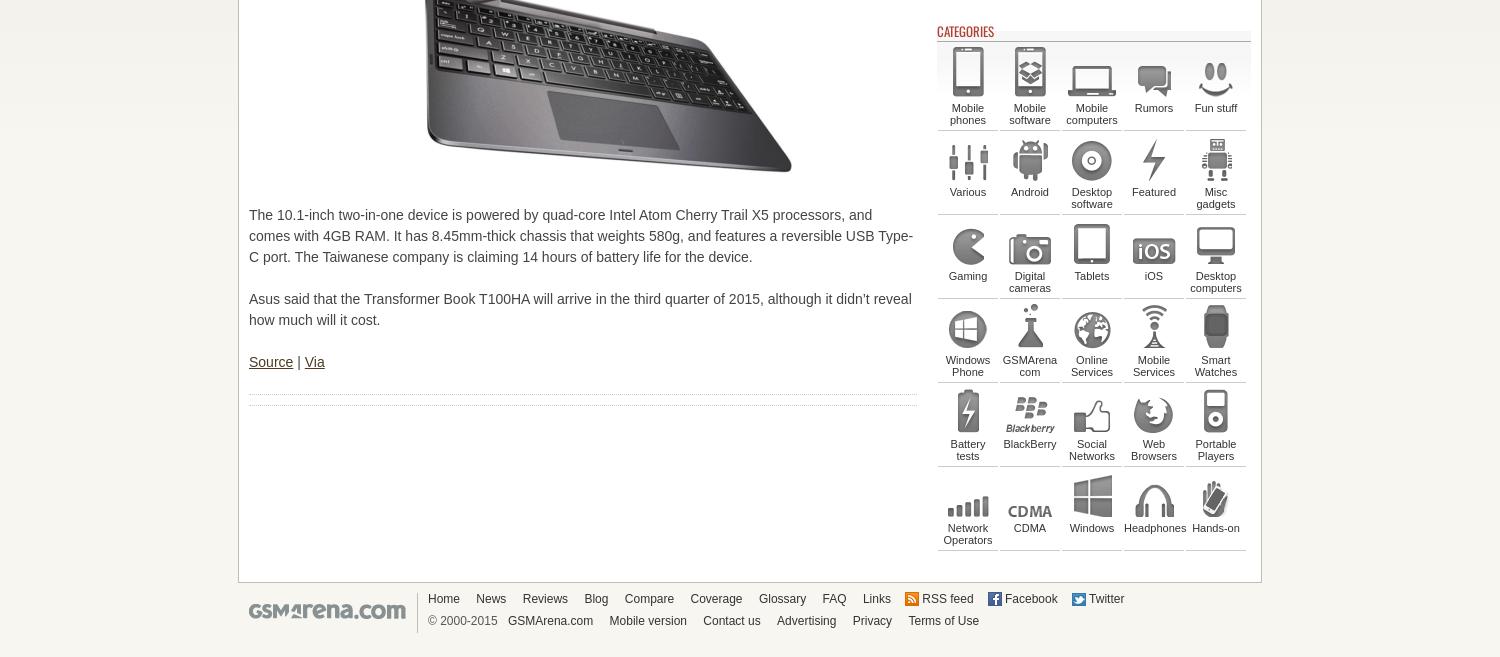 The height and width of the screenshot is (657, 1500). Describe the element at coordinates (966, 191) in the screenshot. I see `'Various'` at that location.